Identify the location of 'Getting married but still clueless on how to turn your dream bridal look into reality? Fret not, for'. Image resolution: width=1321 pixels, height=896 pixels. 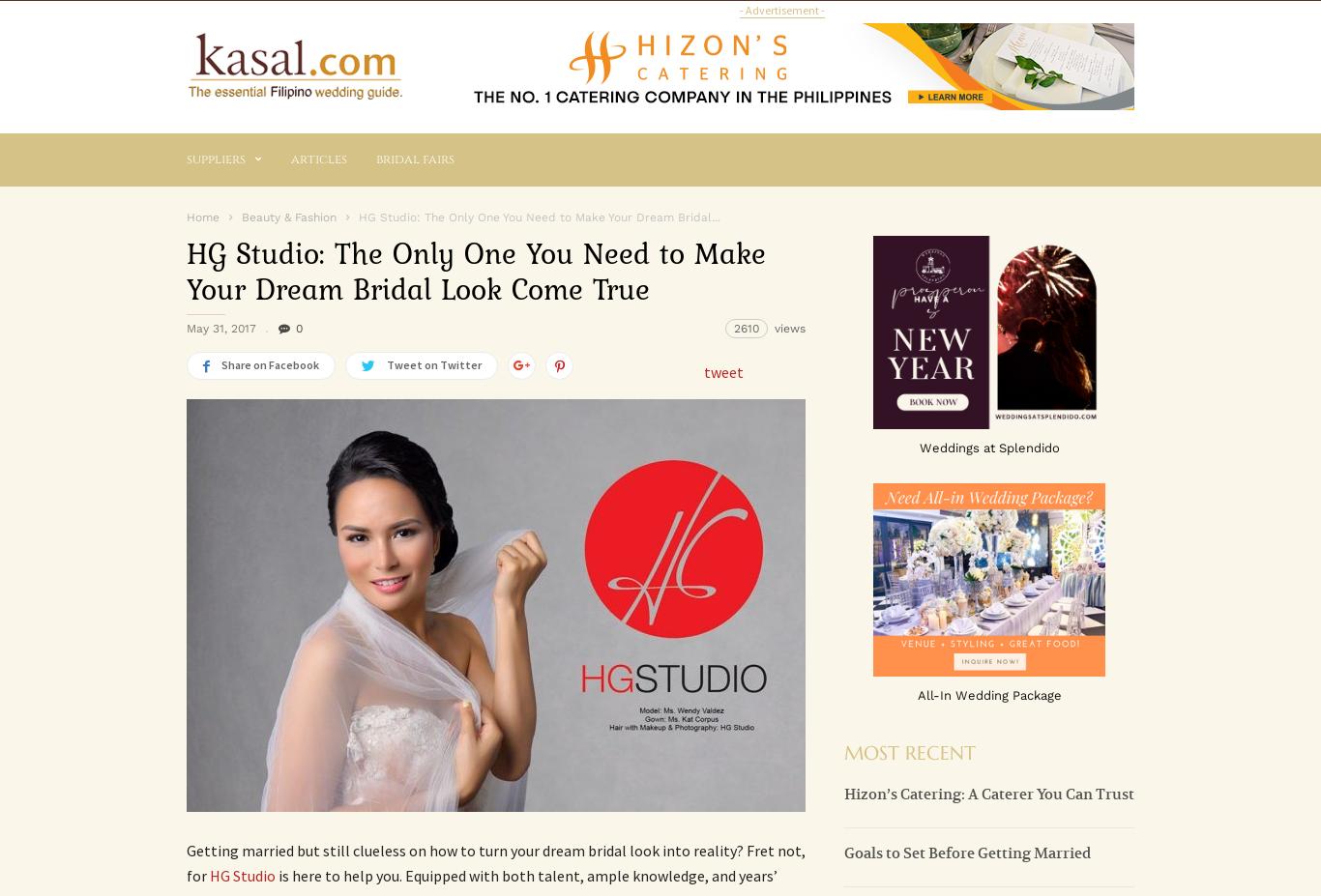
(186, 862).